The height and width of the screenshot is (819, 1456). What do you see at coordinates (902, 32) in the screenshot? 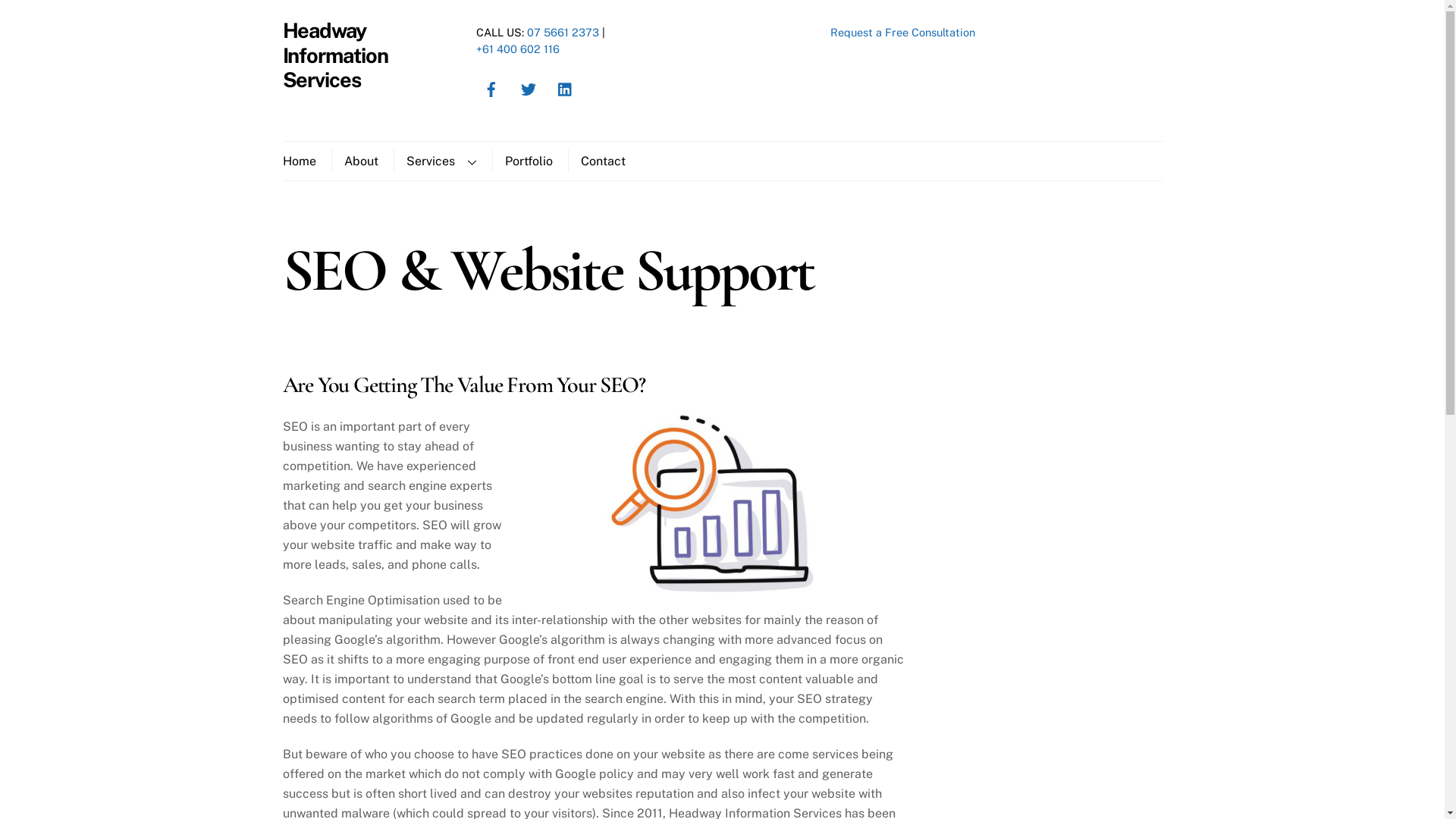
I see `'Request a Free Consultation'` at bounding box center [902, 32].